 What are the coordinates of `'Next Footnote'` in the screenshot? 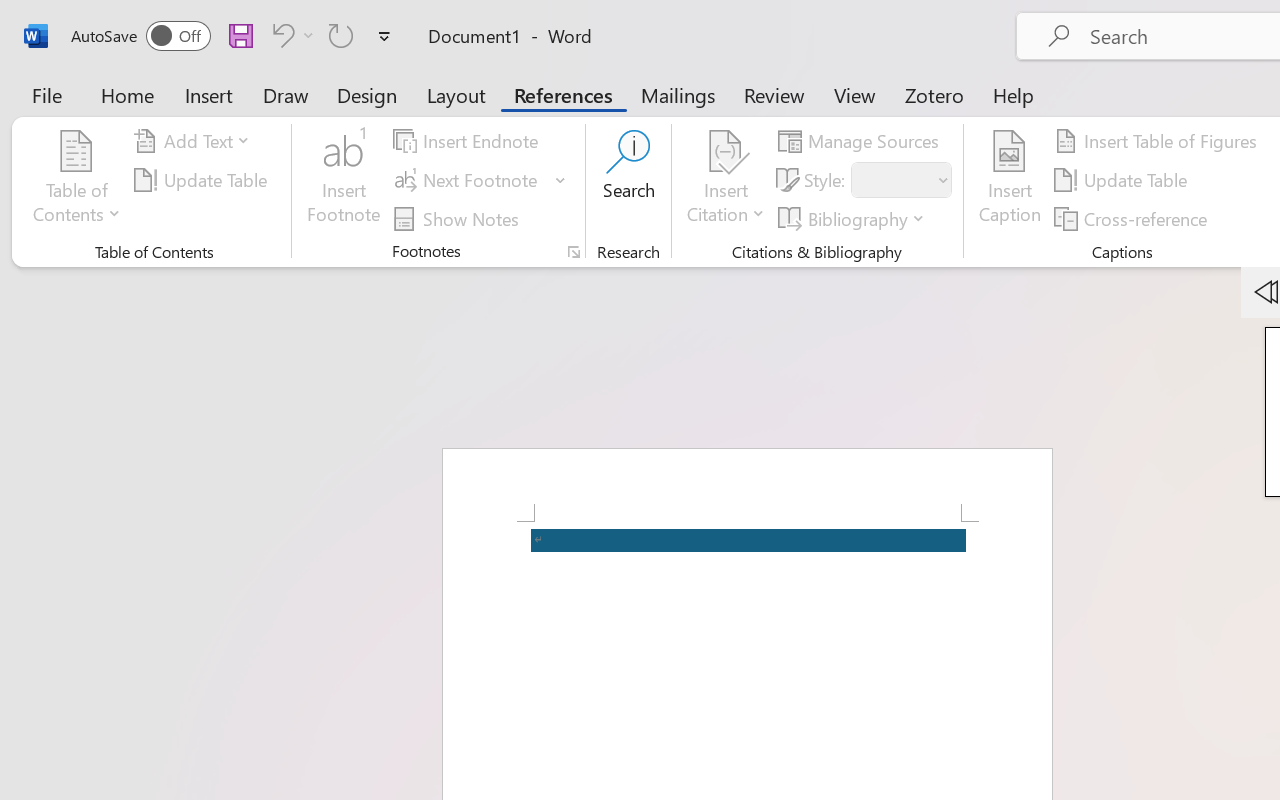 It's located at (480, 179).